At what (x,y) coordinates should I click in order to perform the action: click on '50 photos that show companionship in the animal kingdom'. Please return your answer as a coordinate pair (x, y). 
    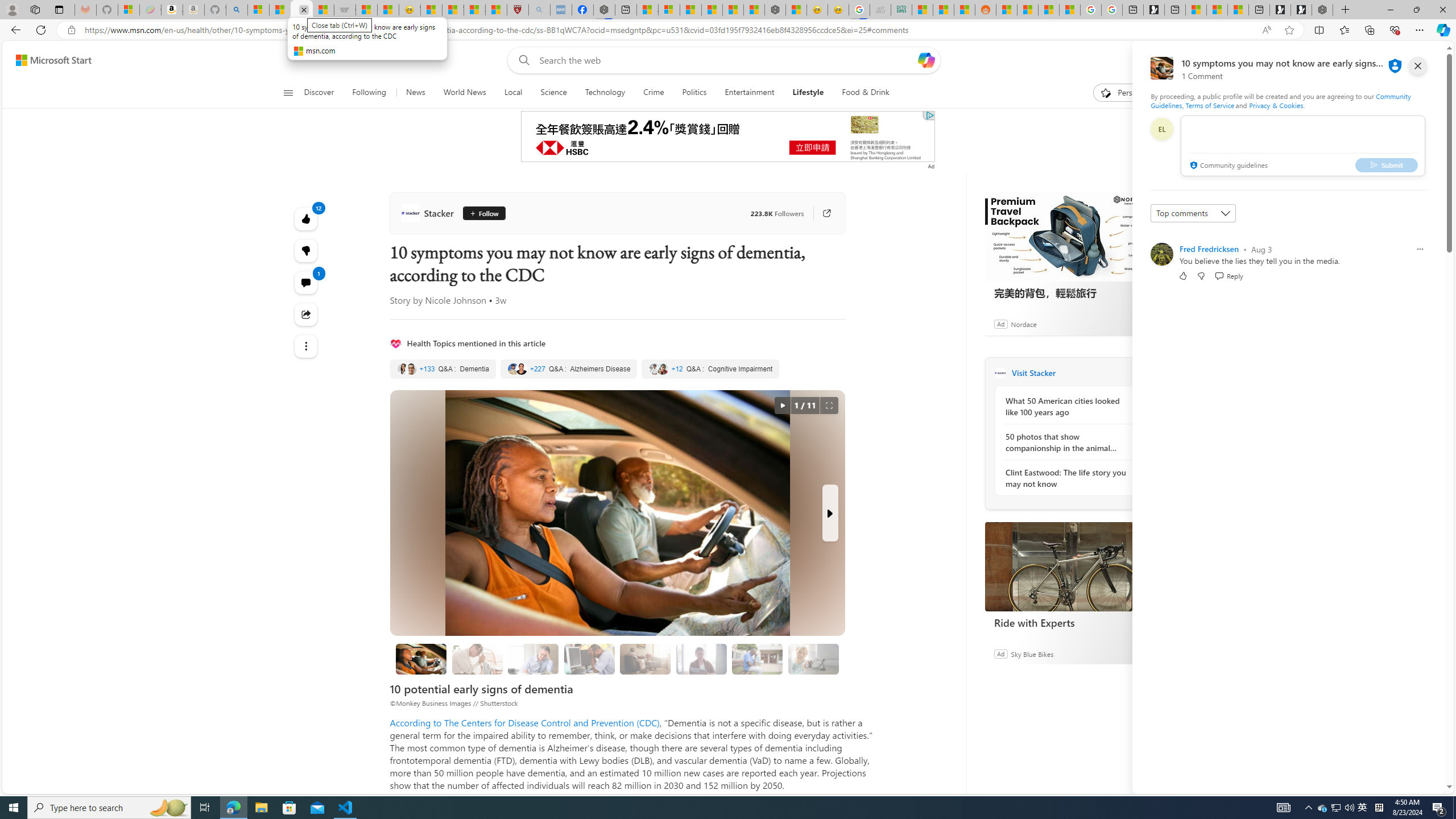
    Looking at the image, I should click on (1066, 442).